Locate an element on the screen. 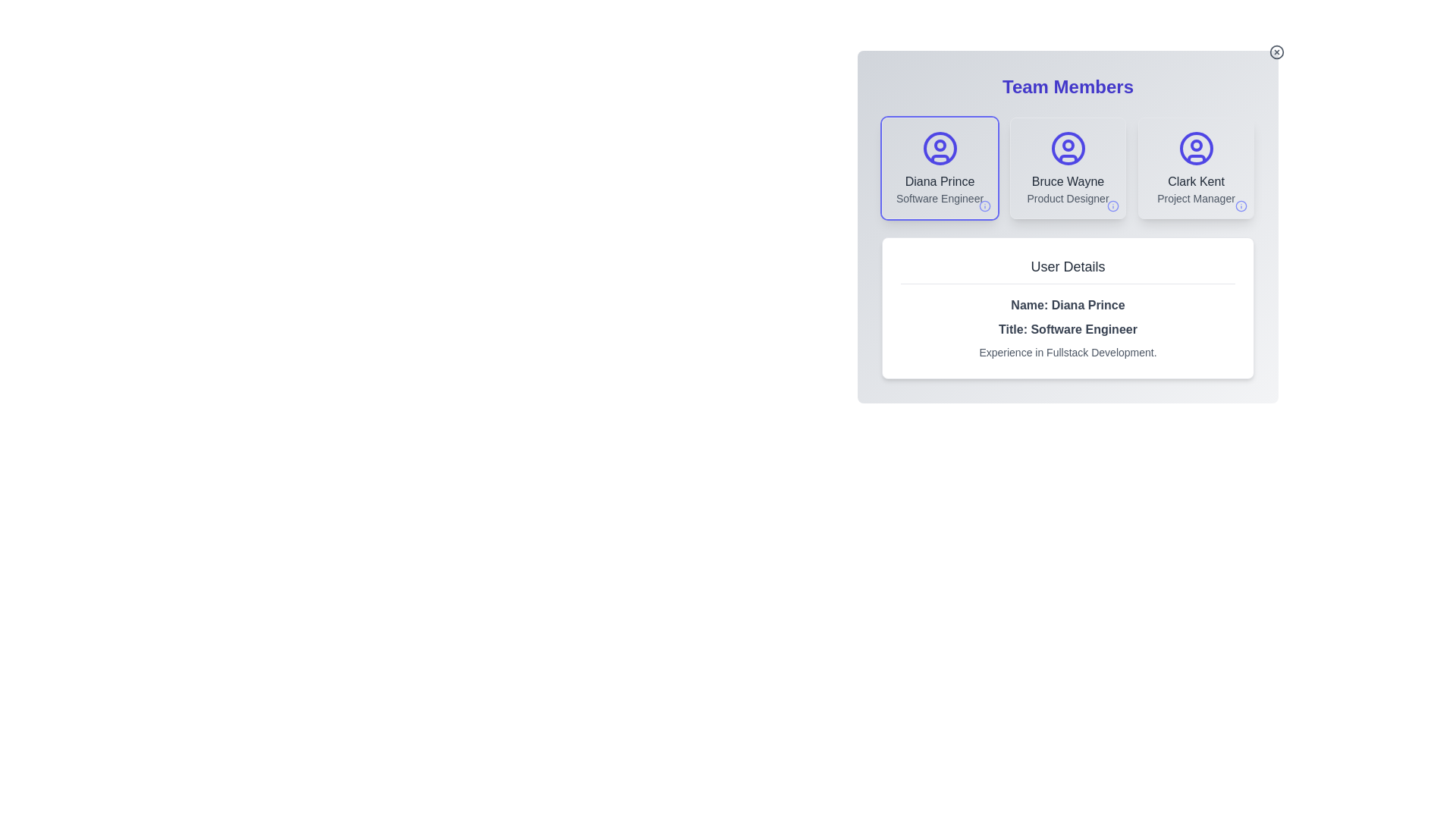 This screenshot has width=1456, height=819. the text label displaying 'Bruce Wayne' in the Team Members section, located in the middle column of the card structure is located at coordinates (1067, 180).